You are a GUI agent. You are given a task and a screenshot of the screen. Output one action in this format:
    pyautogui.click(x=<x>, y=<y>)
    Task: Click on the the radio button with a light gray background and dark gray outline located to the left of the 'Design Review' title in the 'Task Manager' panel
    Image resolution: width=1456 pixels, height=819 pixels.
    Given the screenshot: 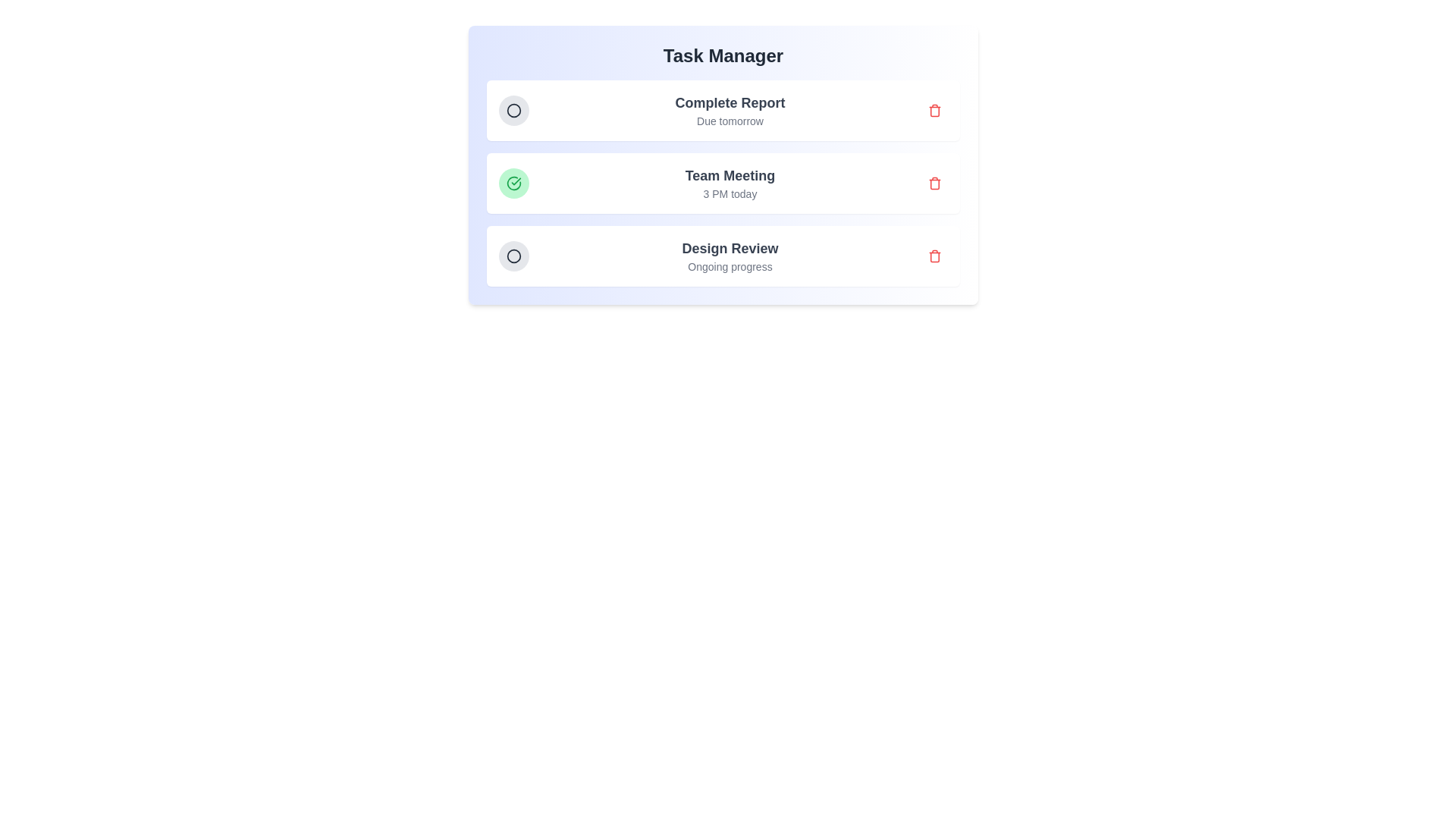 What is the action you would take?
    pyautogui.click(x=513, y=256)
    